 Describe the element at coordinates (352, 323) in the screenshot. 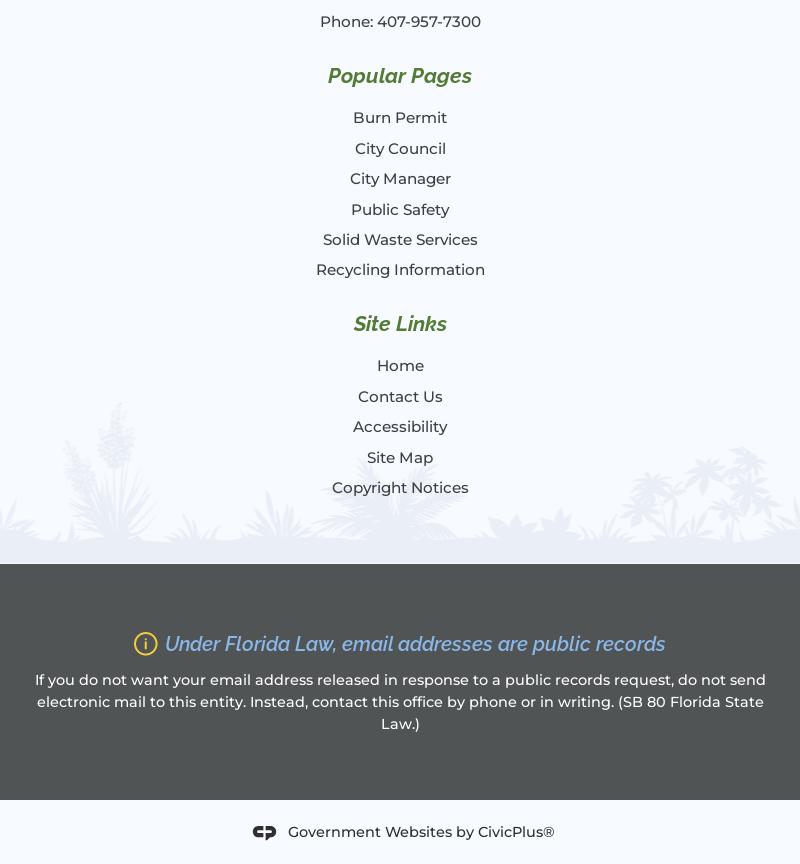

I see `'Site Links'` at that location.